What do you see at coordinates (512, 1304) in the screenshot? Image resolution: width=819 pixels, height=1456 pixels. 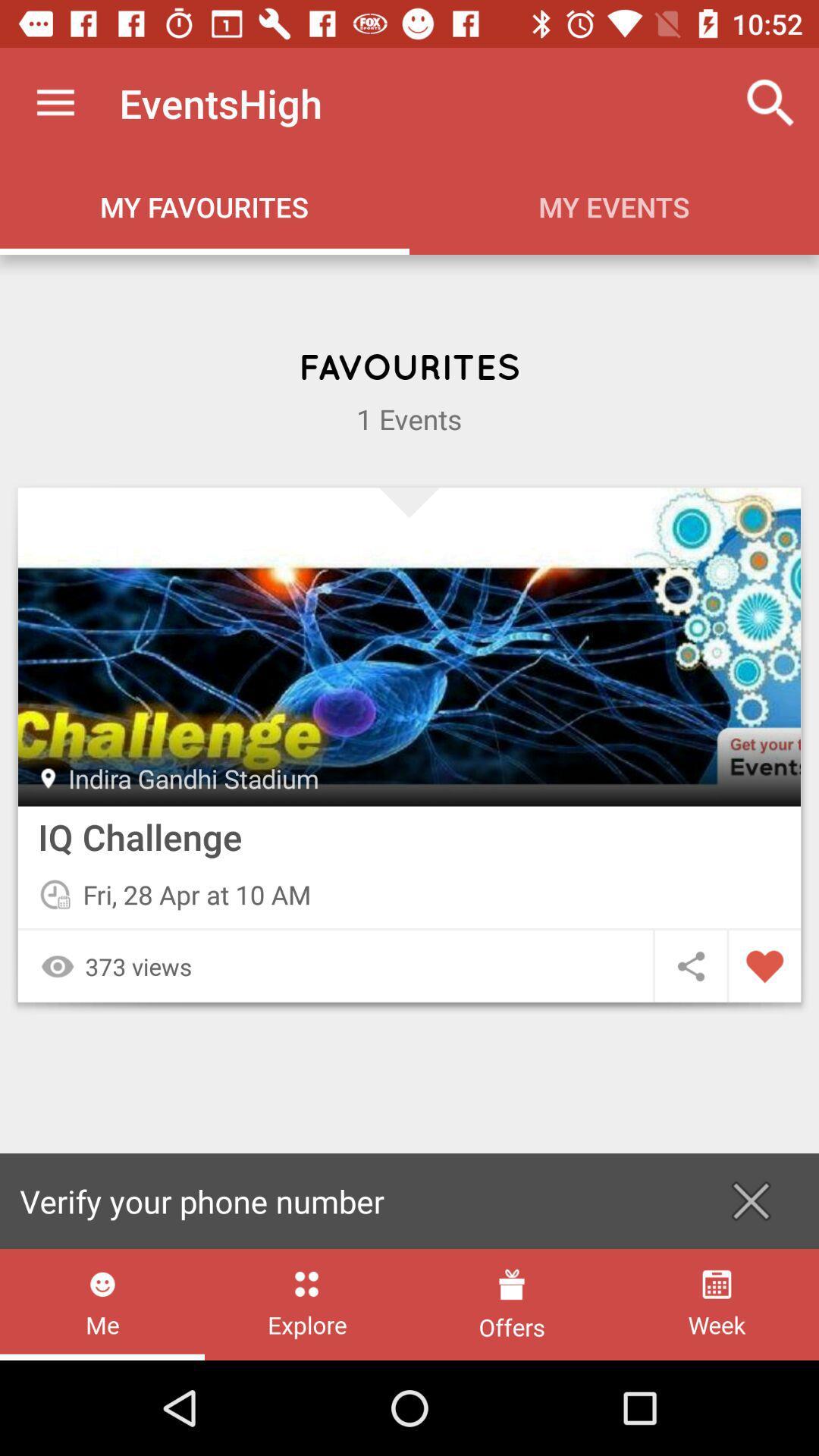 I see `the icon next to the week` at bounding box center [512, 1304].